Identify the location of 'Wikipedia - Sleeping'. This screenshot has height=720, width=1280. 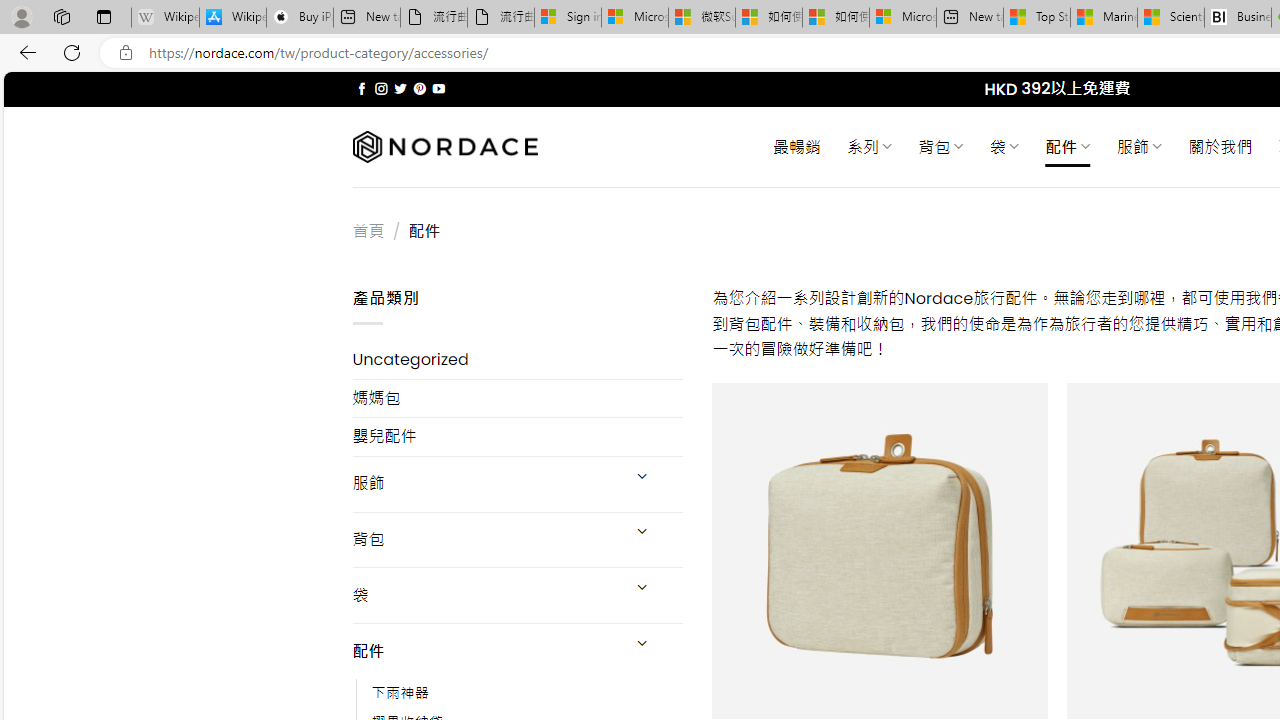
(165, 17).